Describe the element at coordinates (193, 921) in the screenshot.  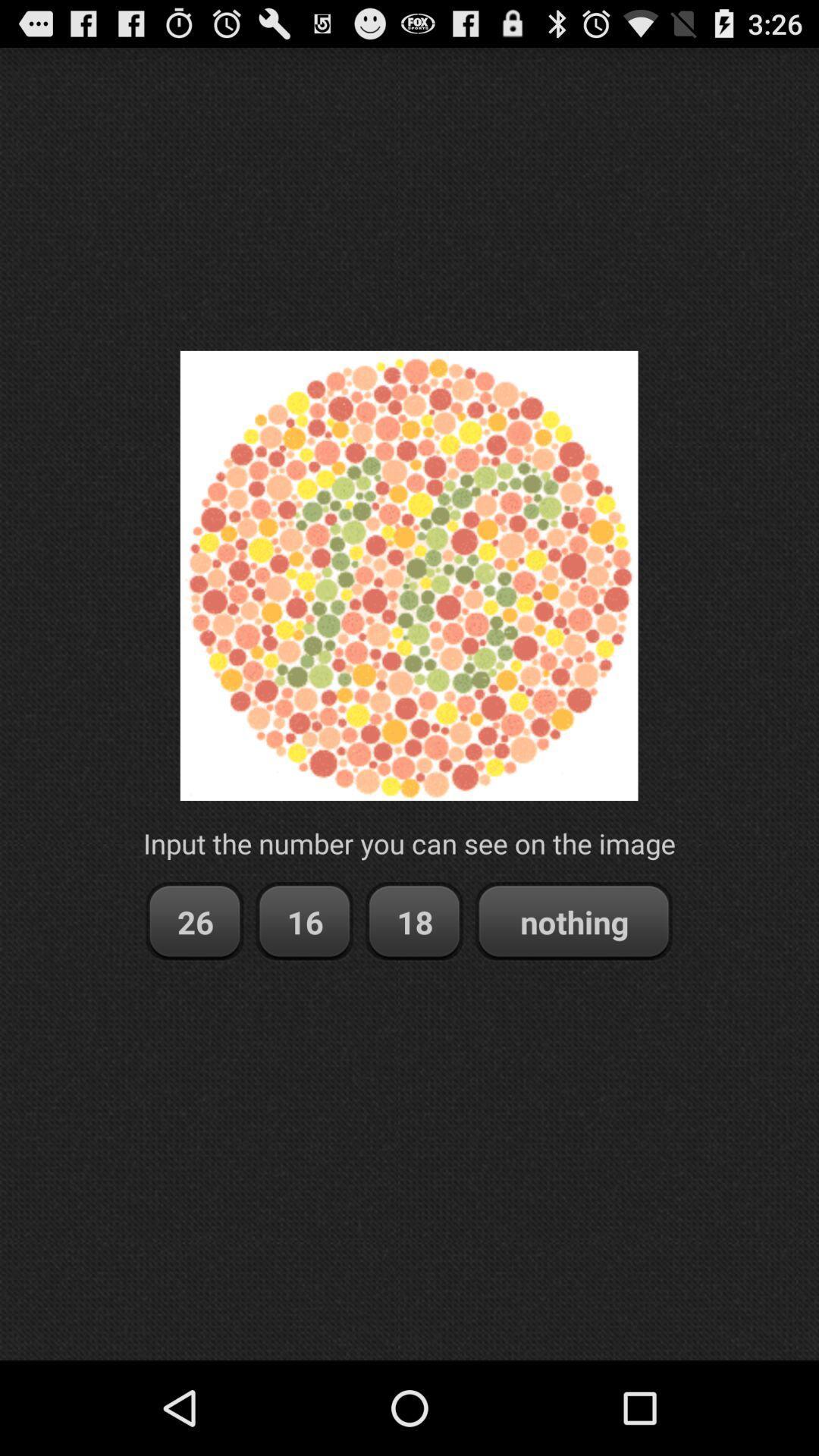
I see `26 button` at that location.